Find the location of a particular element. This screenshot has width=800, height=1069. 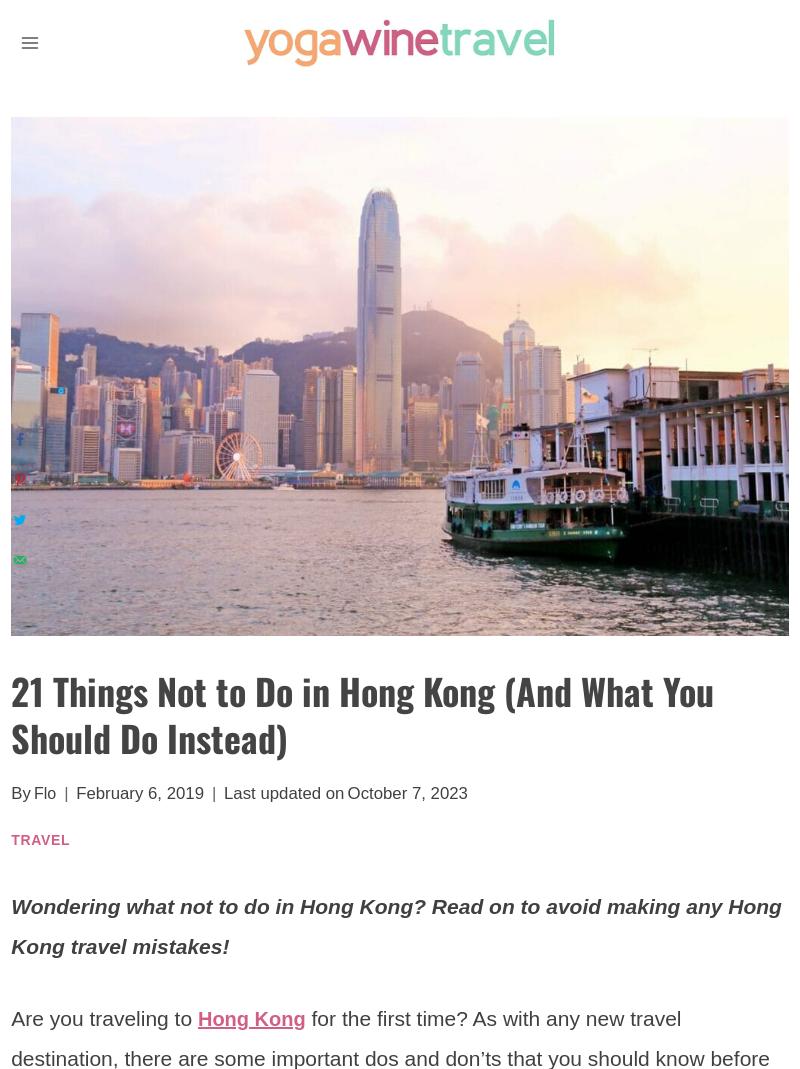

'By' is located at coordinates (11, 793).